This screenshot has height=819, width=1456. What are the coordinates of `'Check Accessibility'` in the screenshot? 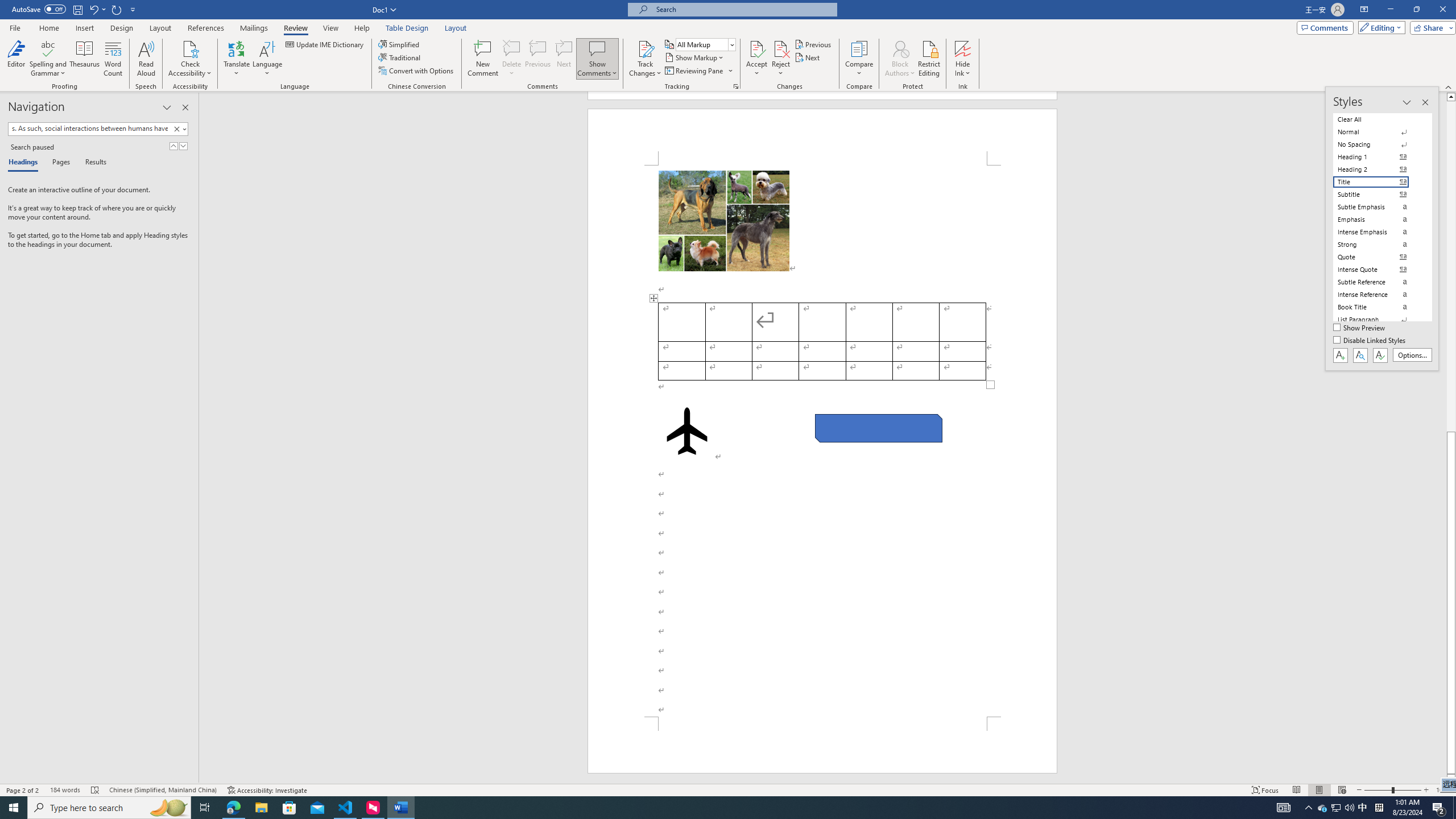 It's located at (190, 48).